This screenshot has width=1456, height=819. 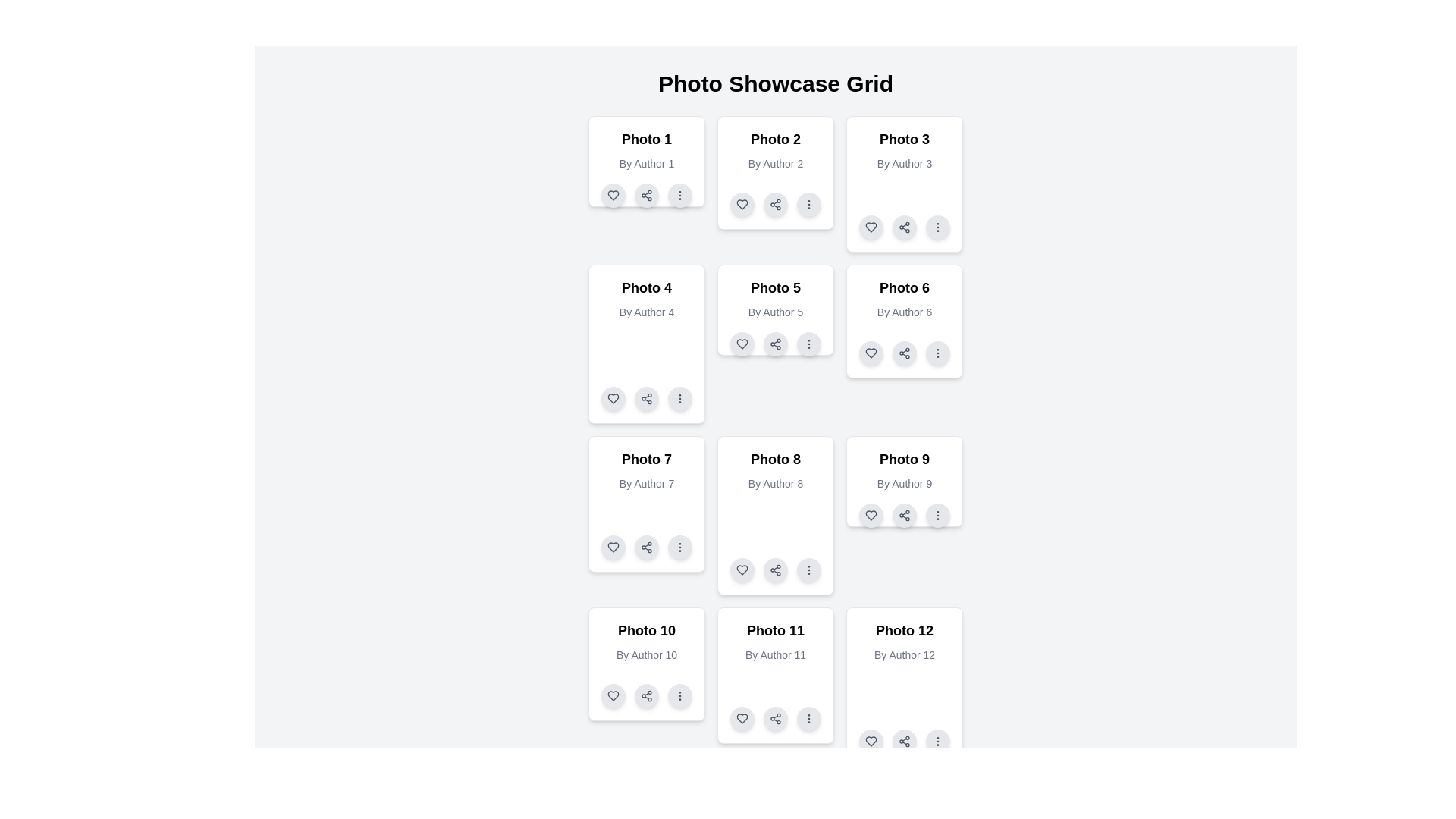 I want to click on the vertical ellipsis icon button located in the bottom-right corner of the 'Photo 8' card, so click(x=808, y=570).